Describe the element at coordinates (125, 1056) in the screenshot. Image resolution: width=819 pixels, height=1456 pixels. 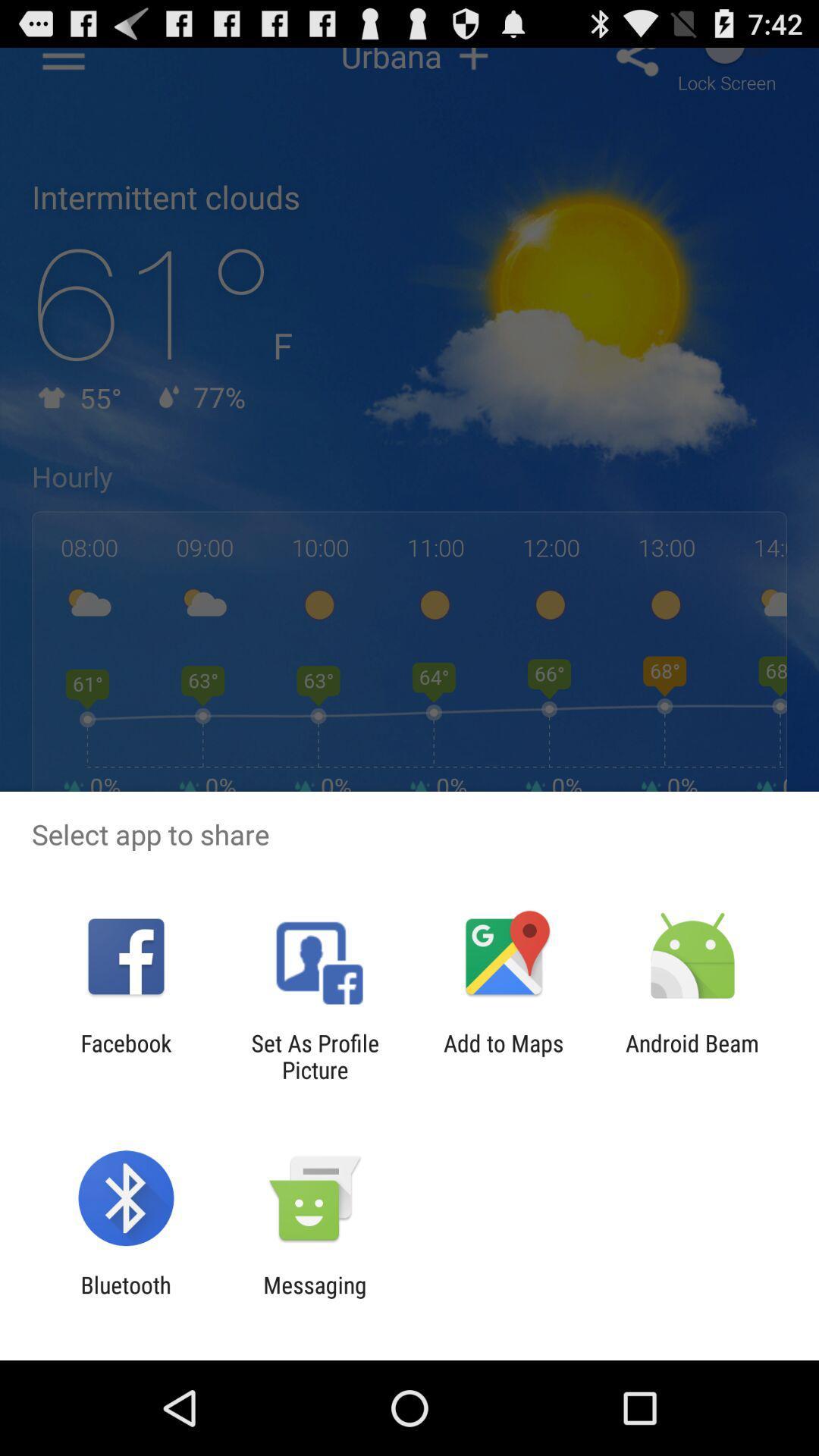
I see `the icon to the left of set as profile item` at that location.